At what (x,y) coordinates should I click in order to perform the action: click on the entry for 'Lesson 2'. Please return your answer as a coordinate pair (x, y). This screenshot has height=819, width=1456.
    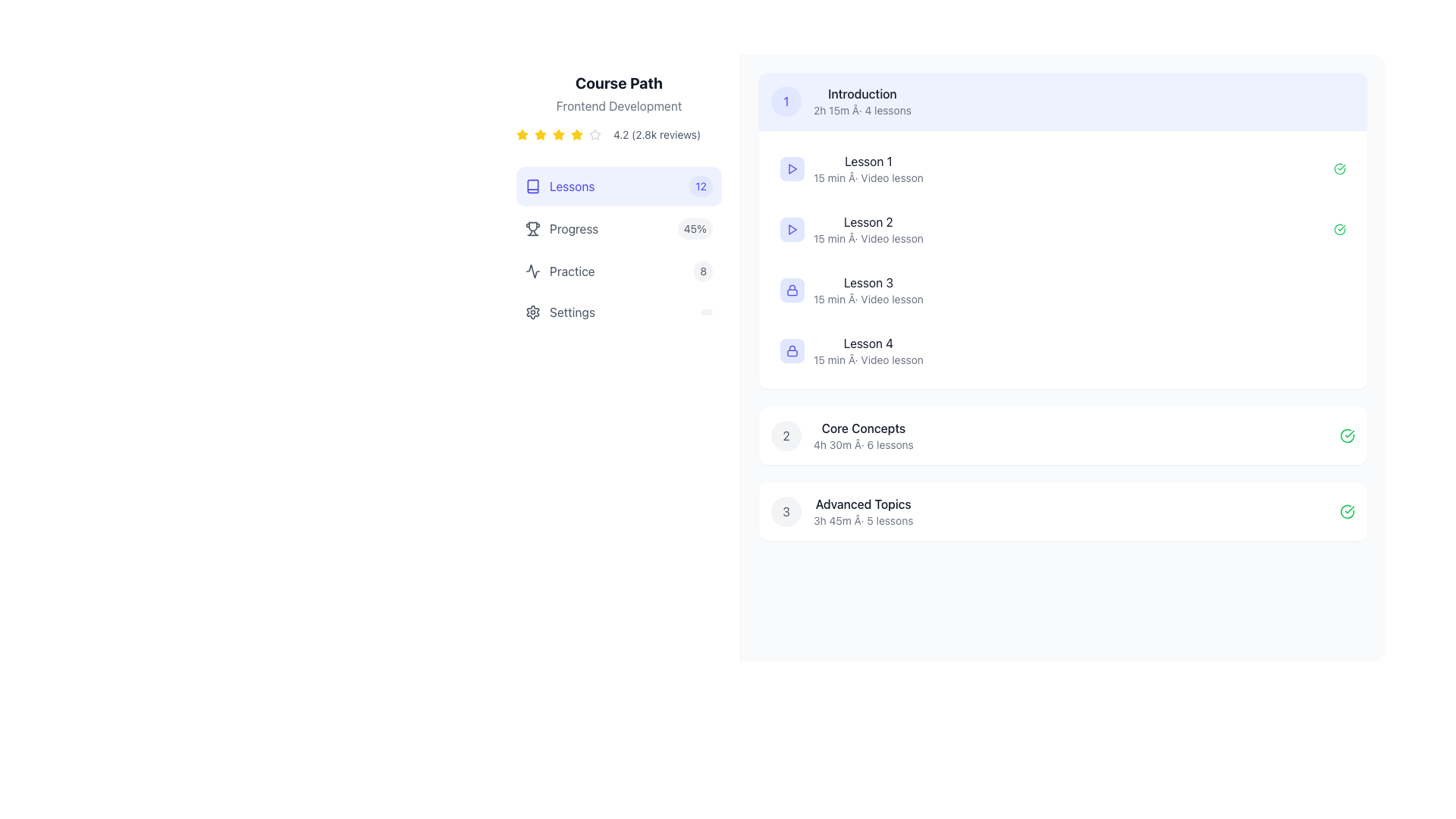
    Looking at the image, I should click on (1062, 230).